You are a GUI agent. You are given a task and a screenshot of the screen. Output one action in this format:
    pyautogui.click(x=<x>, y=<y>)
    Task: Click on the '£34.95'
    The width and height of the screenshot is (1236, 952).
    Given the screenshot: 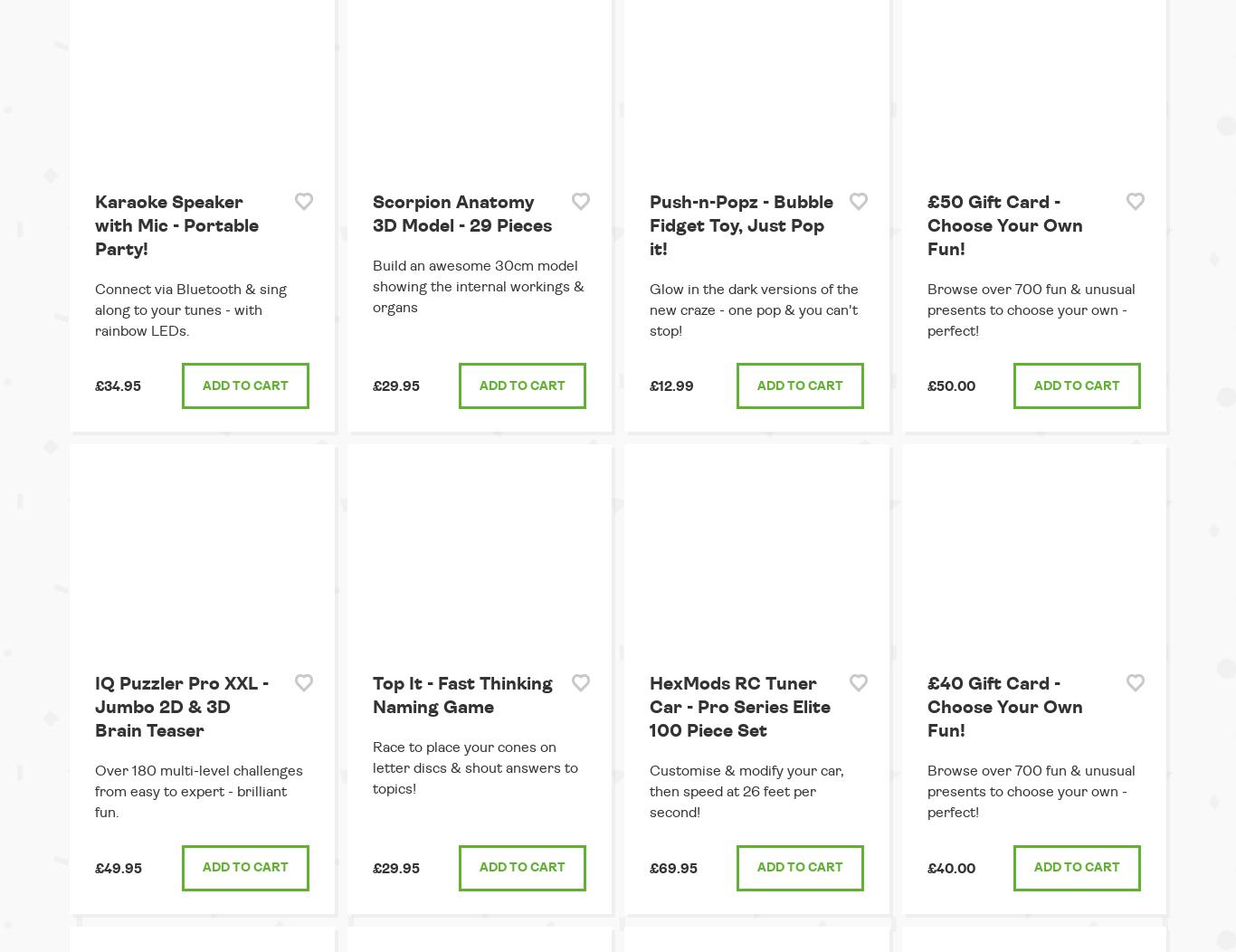 What is the action you would take?
    pyautogui.click(x=117, y=386)
    